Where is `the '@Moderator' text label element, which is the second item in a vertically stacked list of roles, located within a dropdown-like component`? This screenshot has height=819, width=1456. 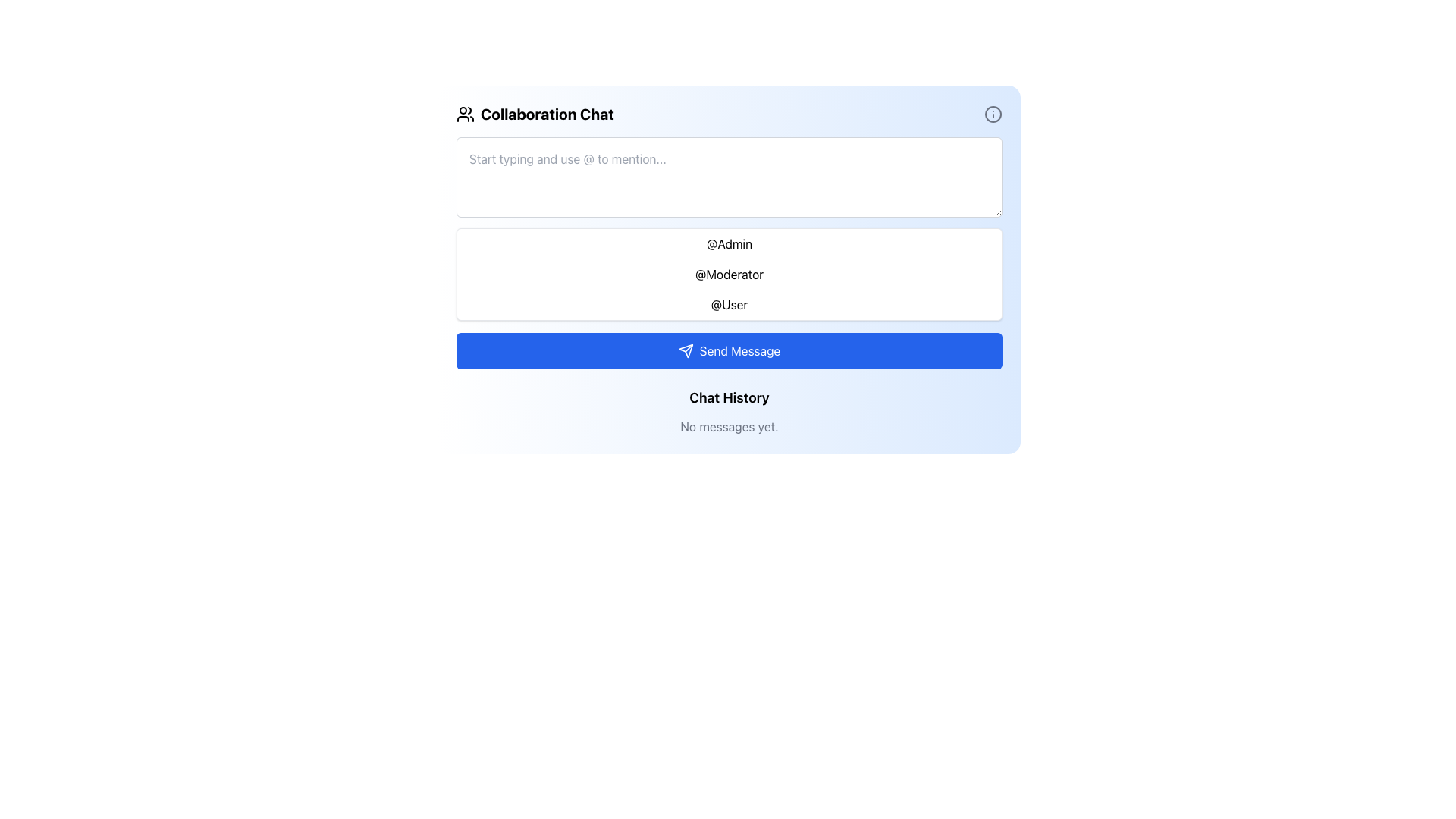
the '@Moderator' text label element, which is the second item in a vertically stacked list of roles, located within a dropdown-like component is located at coordinates (729, 275).